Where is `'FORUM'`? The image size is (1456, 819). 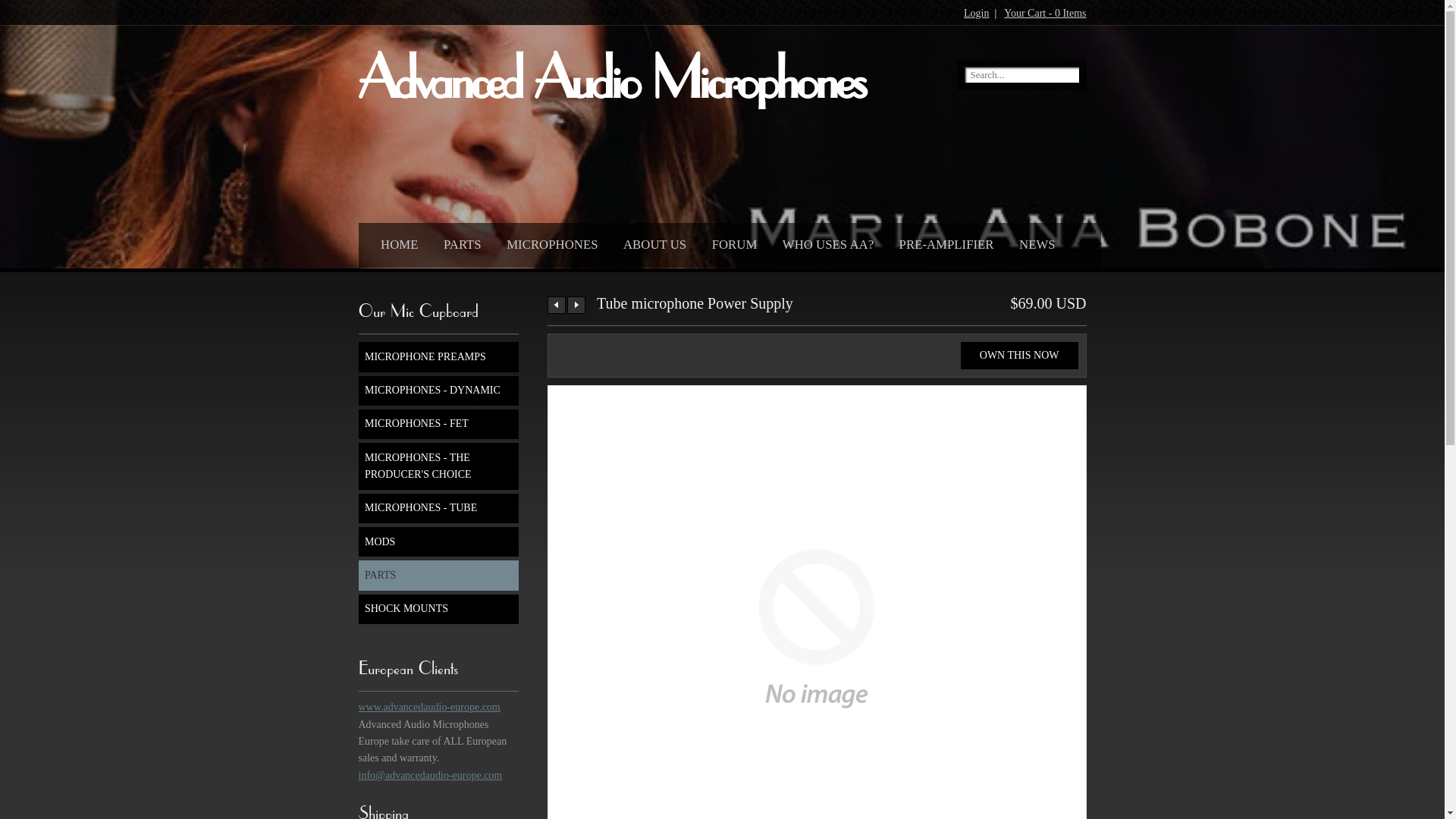 'FORUM' is located at coordinates (731, 241).